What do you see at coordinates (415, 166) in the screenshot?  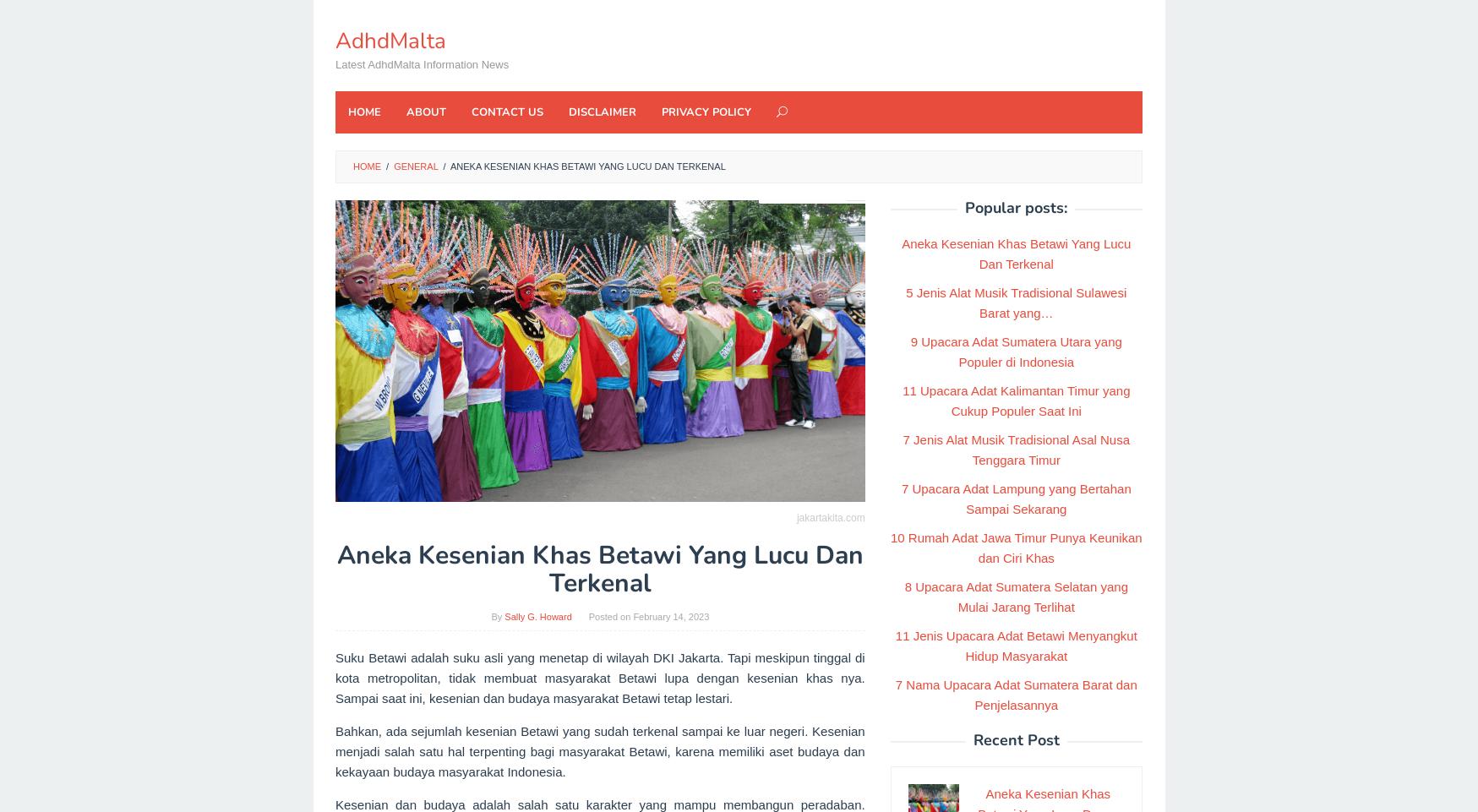 I see `'General'` at bounding box center [415, 166].